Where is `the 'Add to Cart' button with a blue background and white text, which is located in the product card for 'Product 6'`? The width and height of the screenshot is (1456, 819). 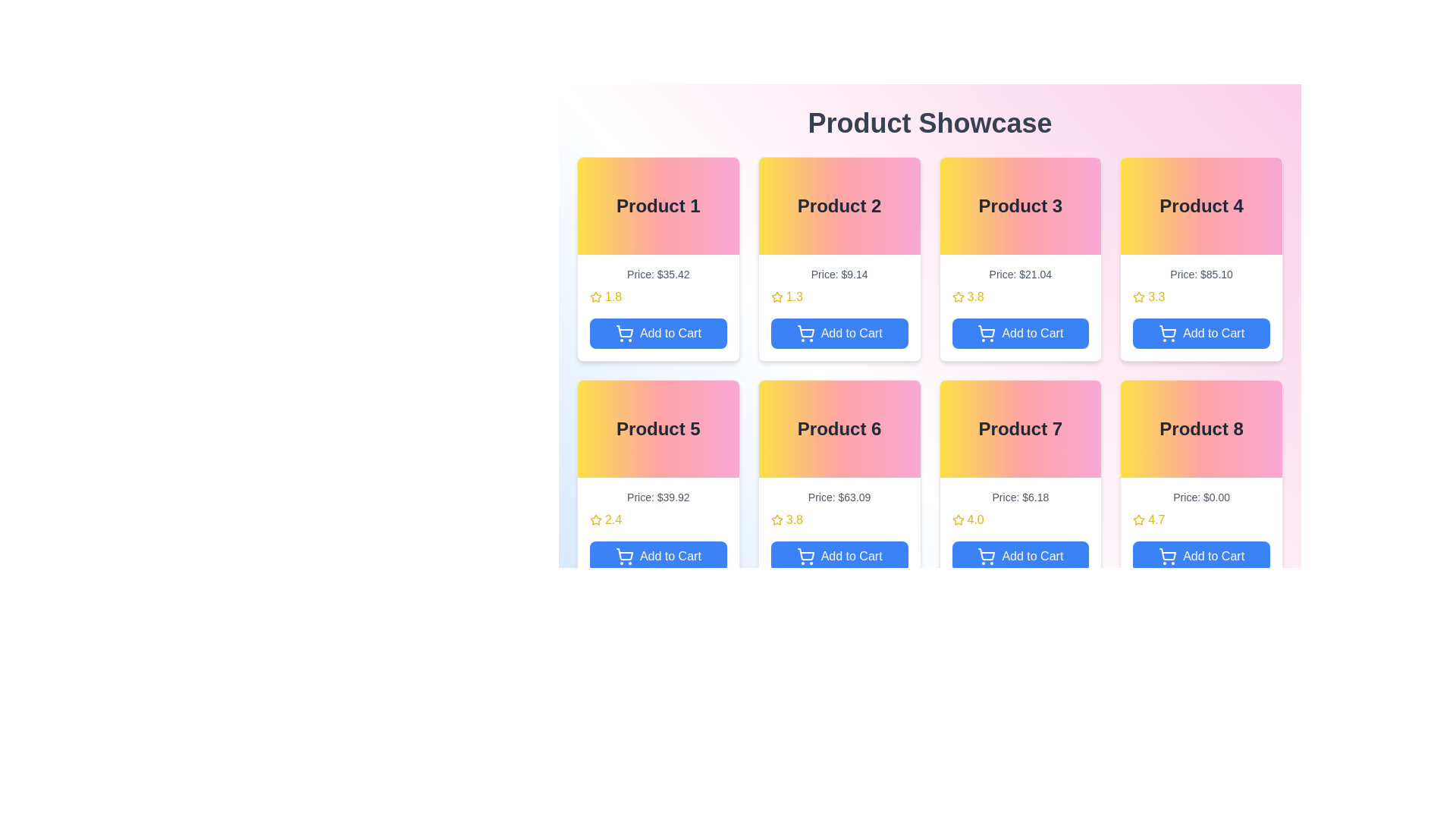 the 'Add to Cart' button with a blue background and white text, which is located in the product card for 'Product 6' is located at coordinates (839, 556).